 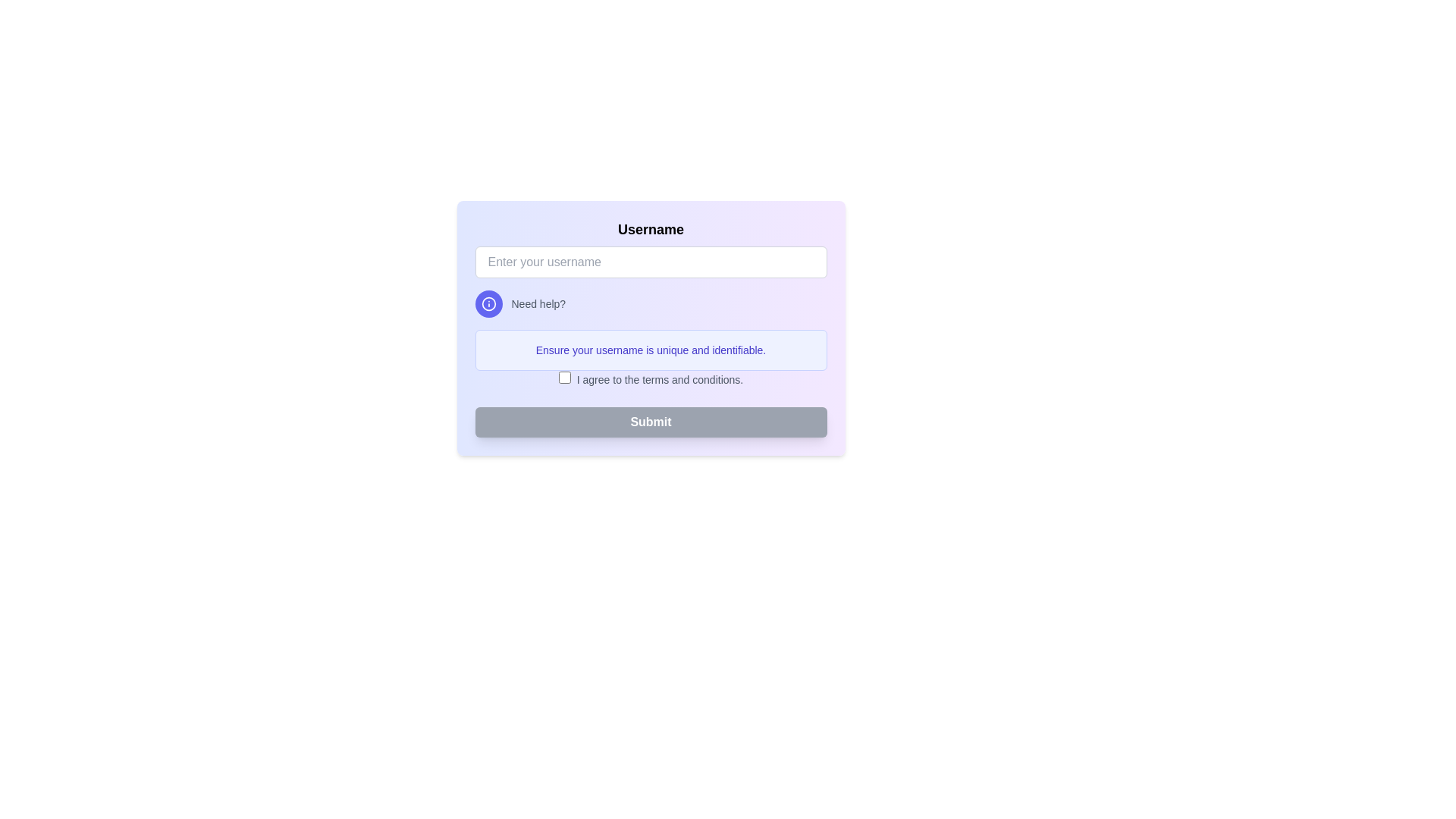 What do you see at coordinates (538, 304) in the screenshot?
I see `the text label 'Need help?' which is positioned to the right of the info icon button, indicating a subtle, informative purpose` at bounding box center [538, 304].